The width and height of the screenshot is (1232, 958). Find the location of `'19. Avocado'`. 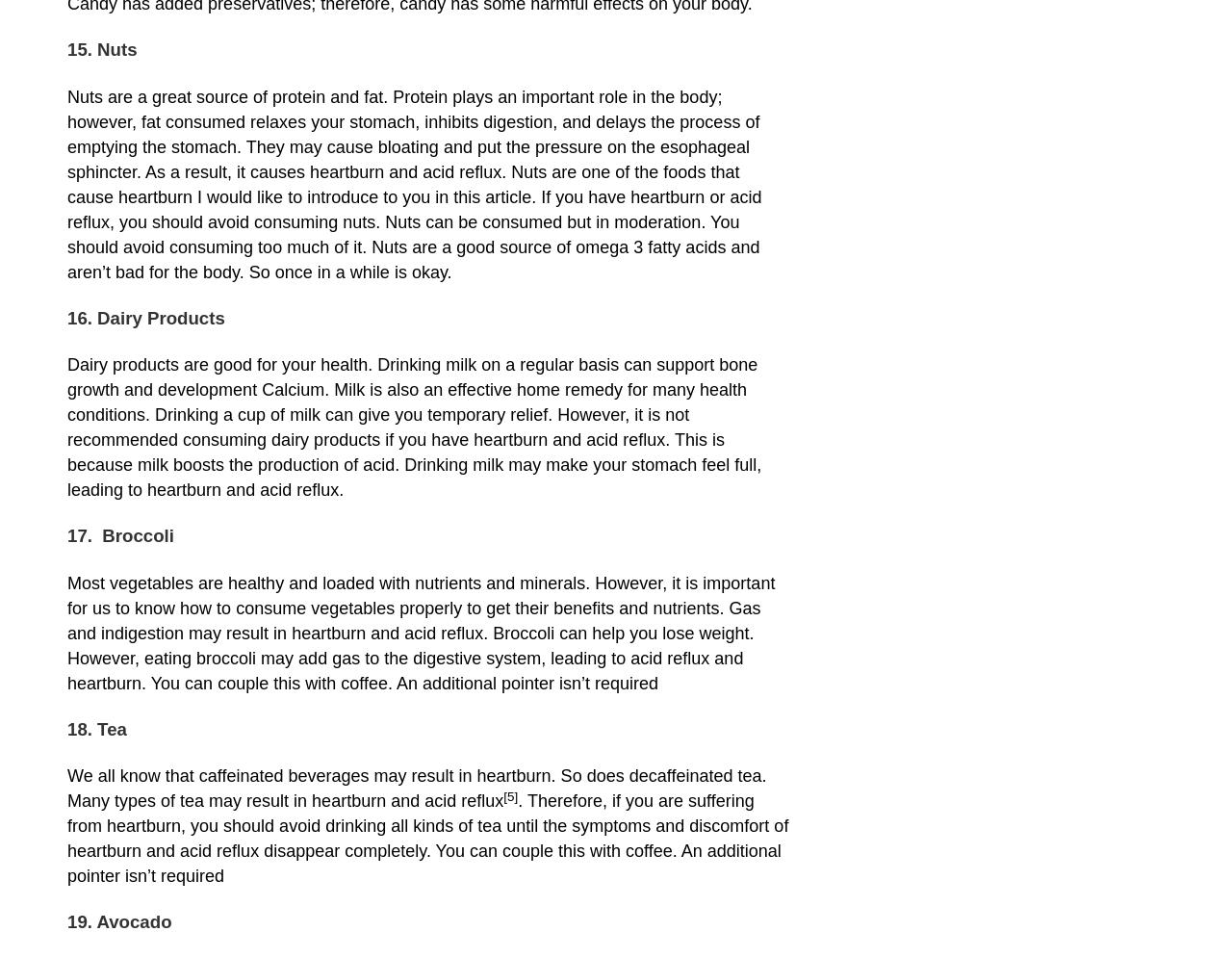

'19. Avocado' is located at coordinates (118, 921).